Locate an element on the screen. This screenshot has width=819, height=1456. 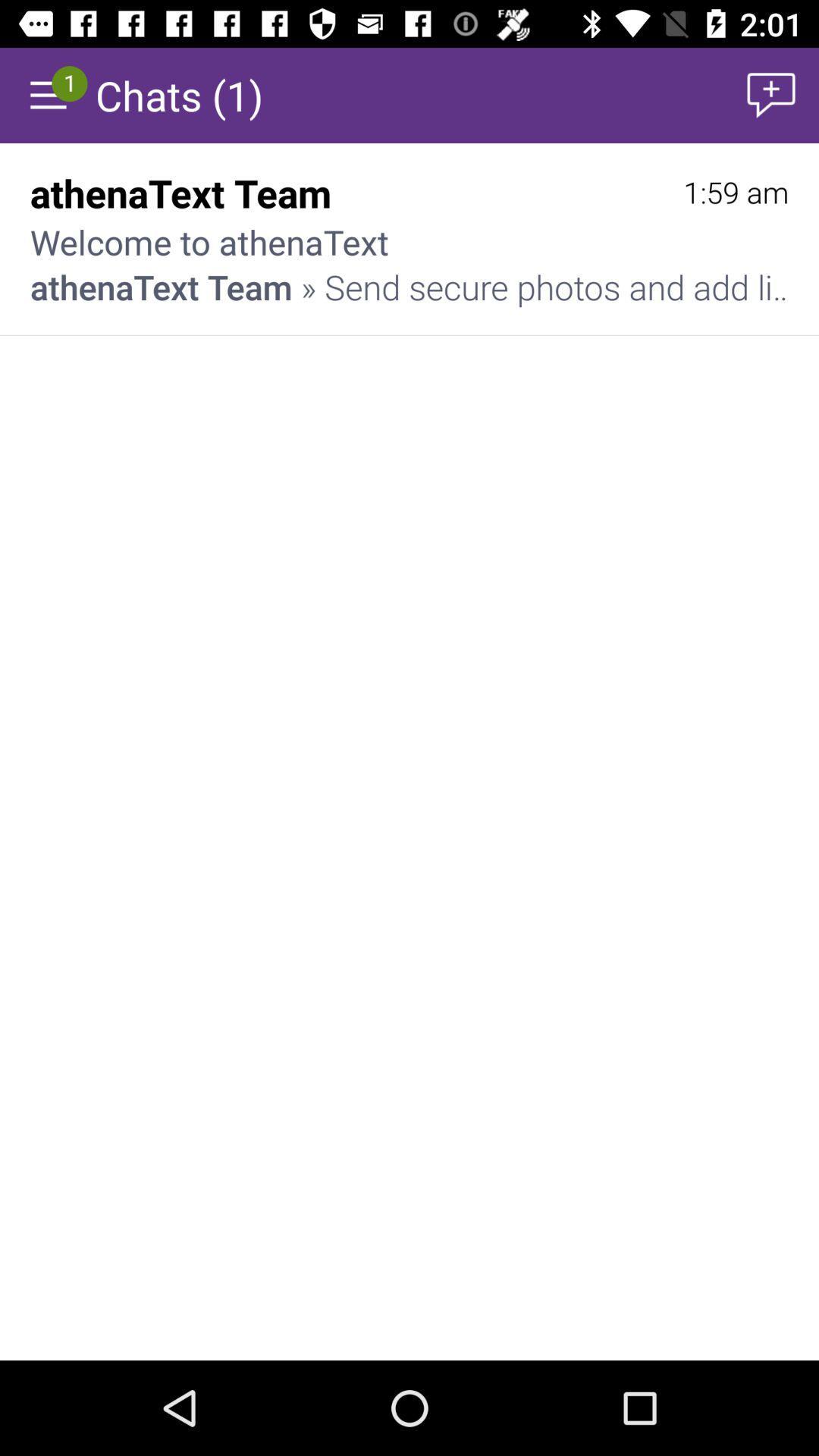
item next to athenatext team is located at coordinates (735, 192).